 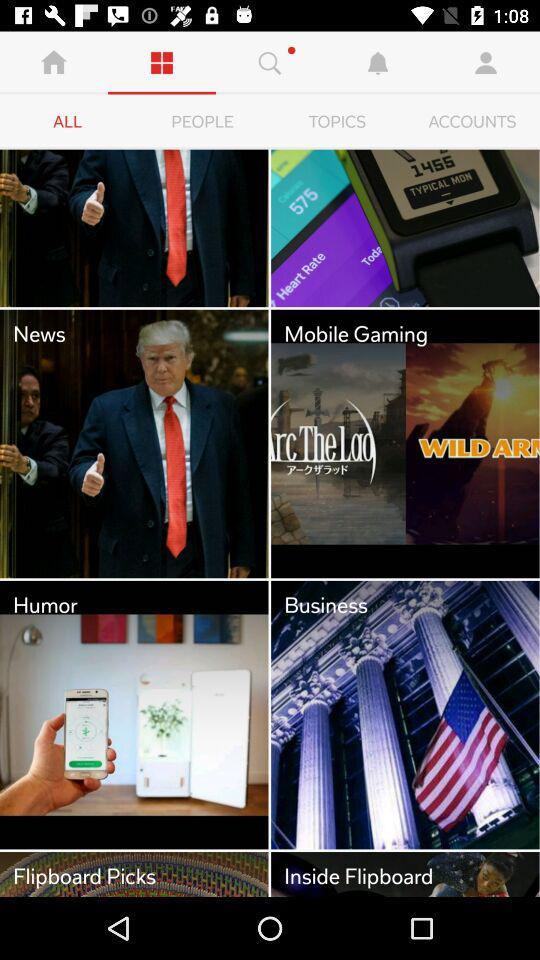 What do you see at coordinates (202, 121) in the screenshot?
I see `the icon to the right of the all item` at bounding box center [202, 121].